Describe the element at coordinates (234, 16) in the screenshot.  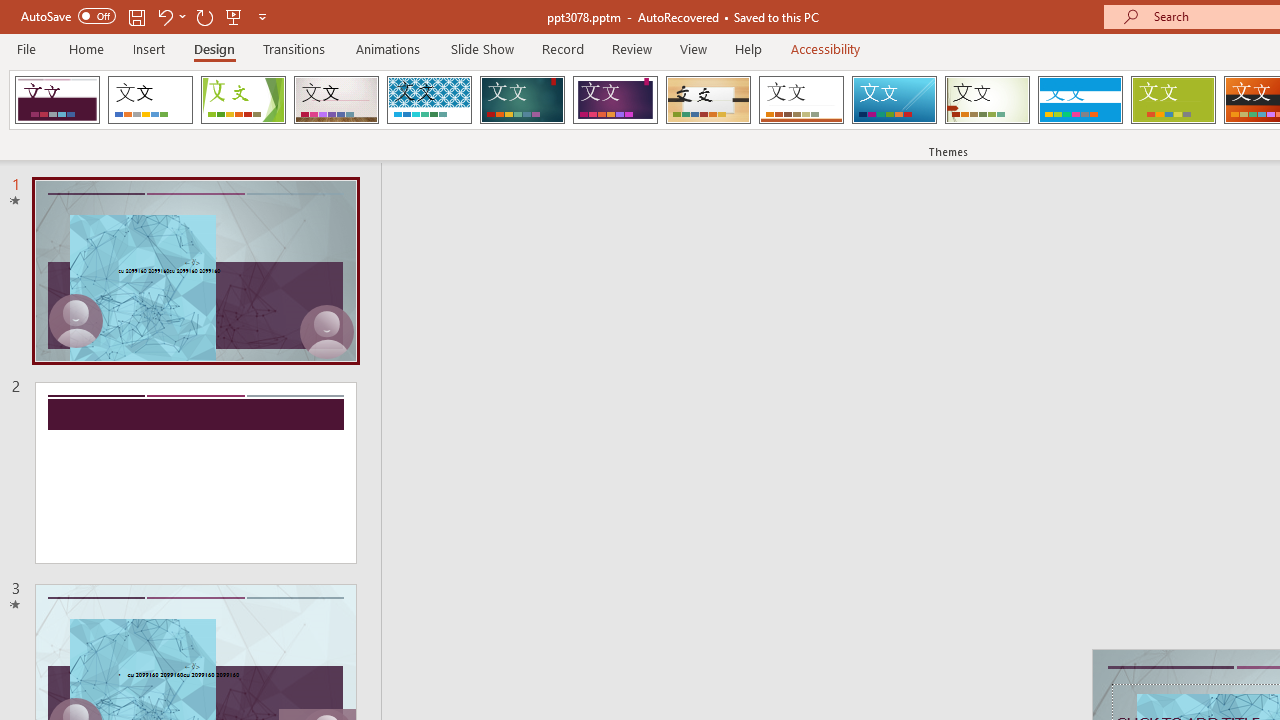
I see `'From Beginning'` at that location.